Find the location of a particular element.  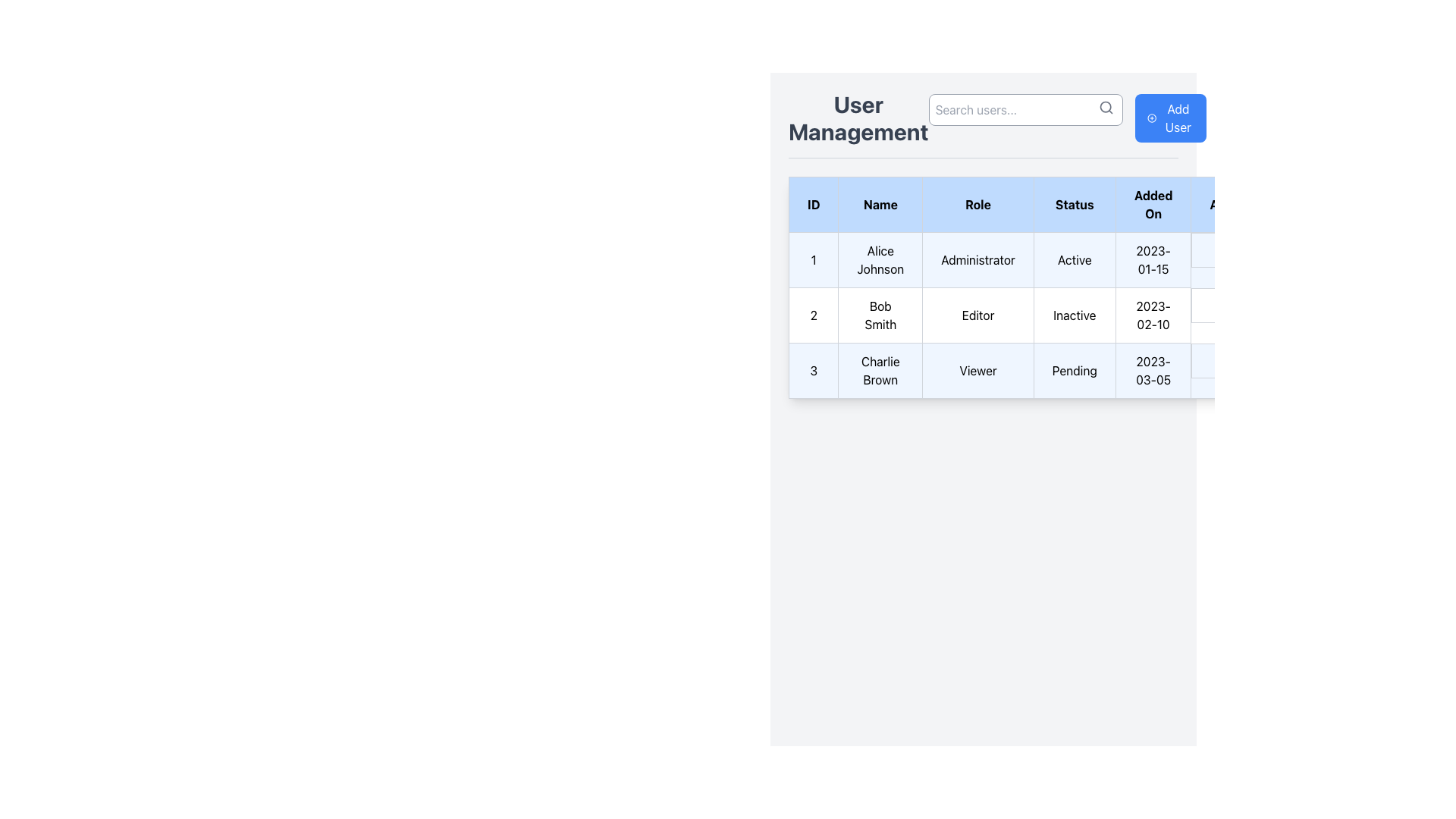

the 'Role' header cell in the table, which is the third cell from the left, located between 'Name' and 'Status' is located at coordinates (978, 205).